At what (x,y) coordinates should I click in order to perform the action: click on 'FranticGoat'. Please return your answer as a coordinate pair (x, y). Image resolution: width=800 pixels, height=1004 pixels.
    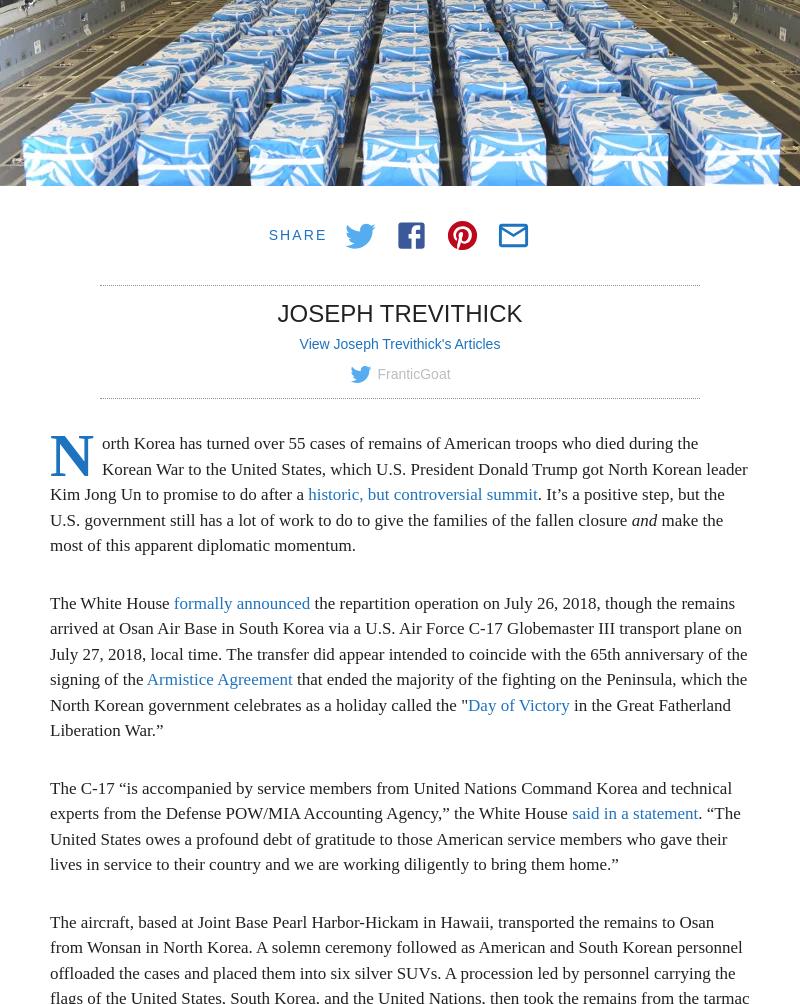
    Looking at the image, I should click on (413, 373).